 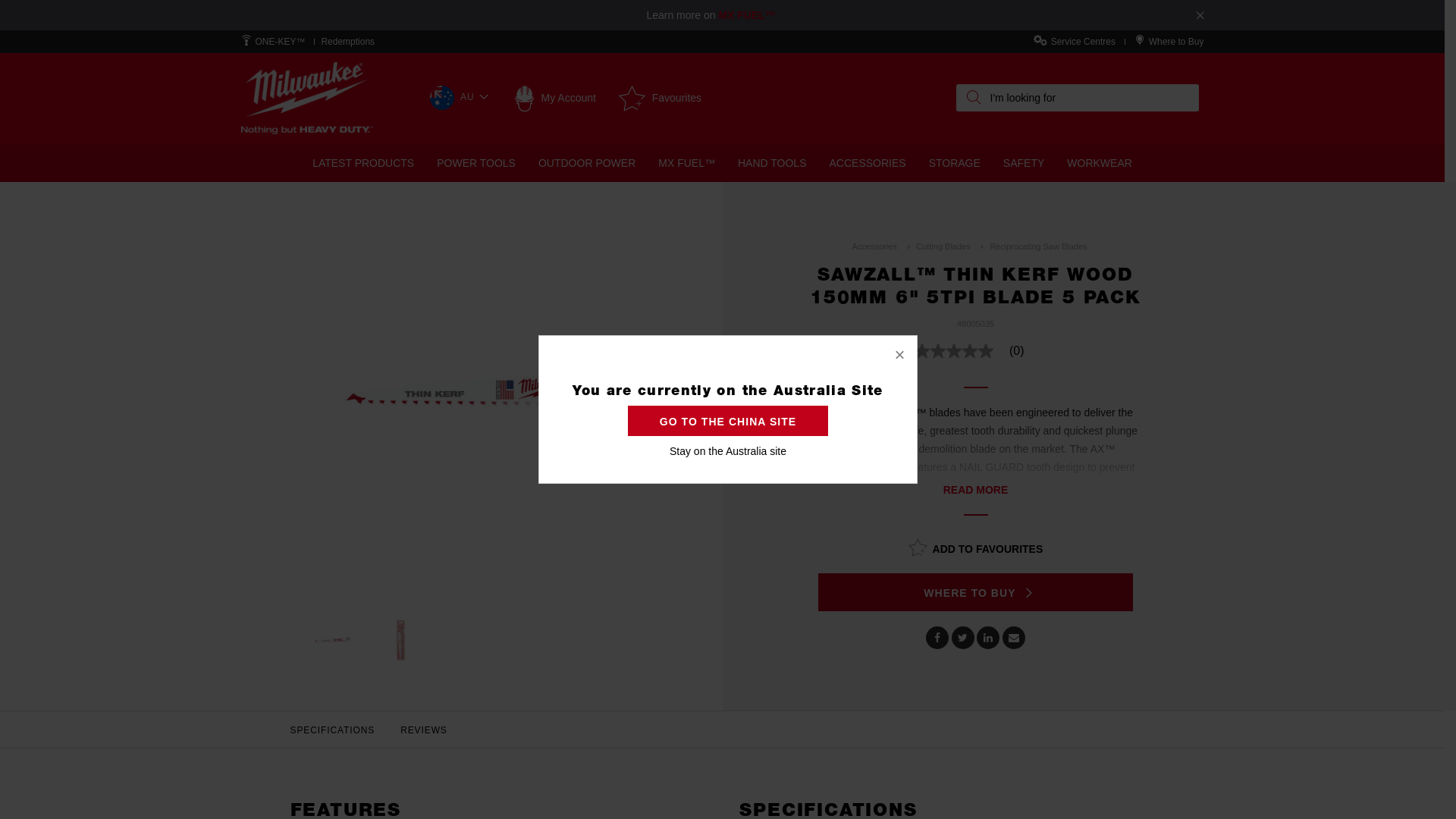 I want to click on 'SAFETY', so click(x=1023, y=163).